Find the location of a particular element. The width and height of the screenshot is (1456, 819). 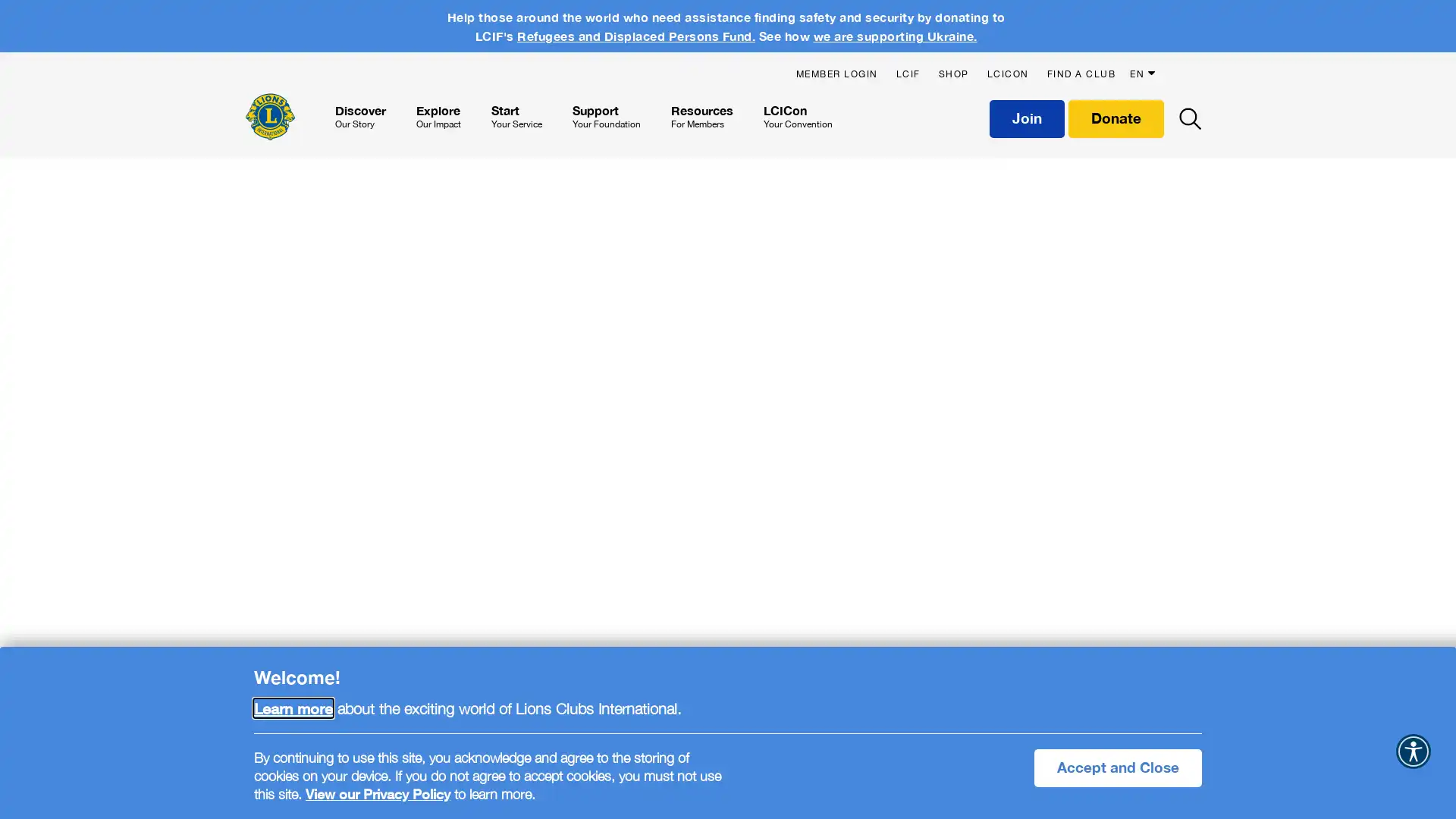

Previous is located at coordinates (22, 526).